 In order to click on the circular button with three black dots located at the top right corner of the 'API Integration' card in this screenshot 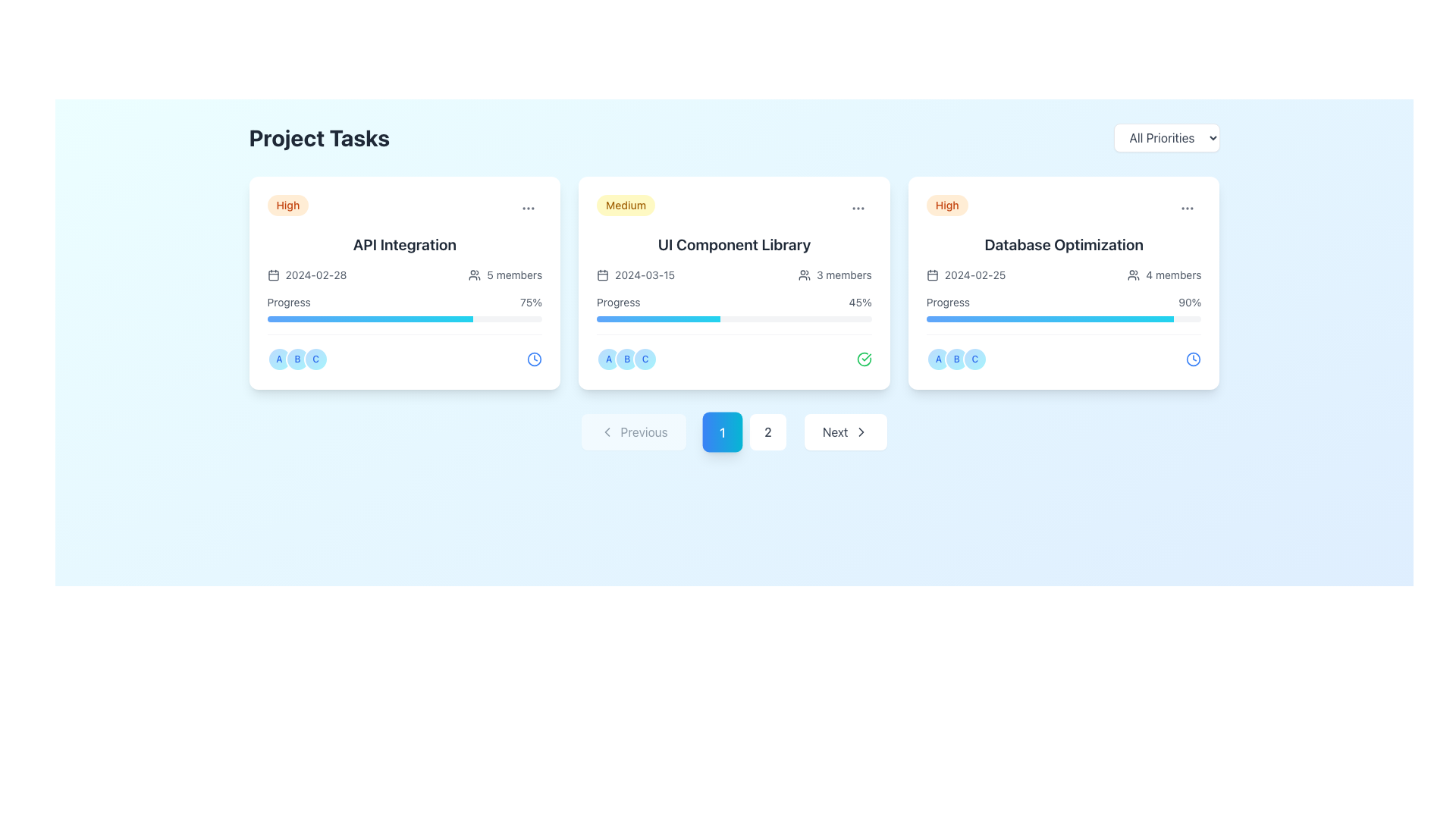, I will do `click(529, 208)`.